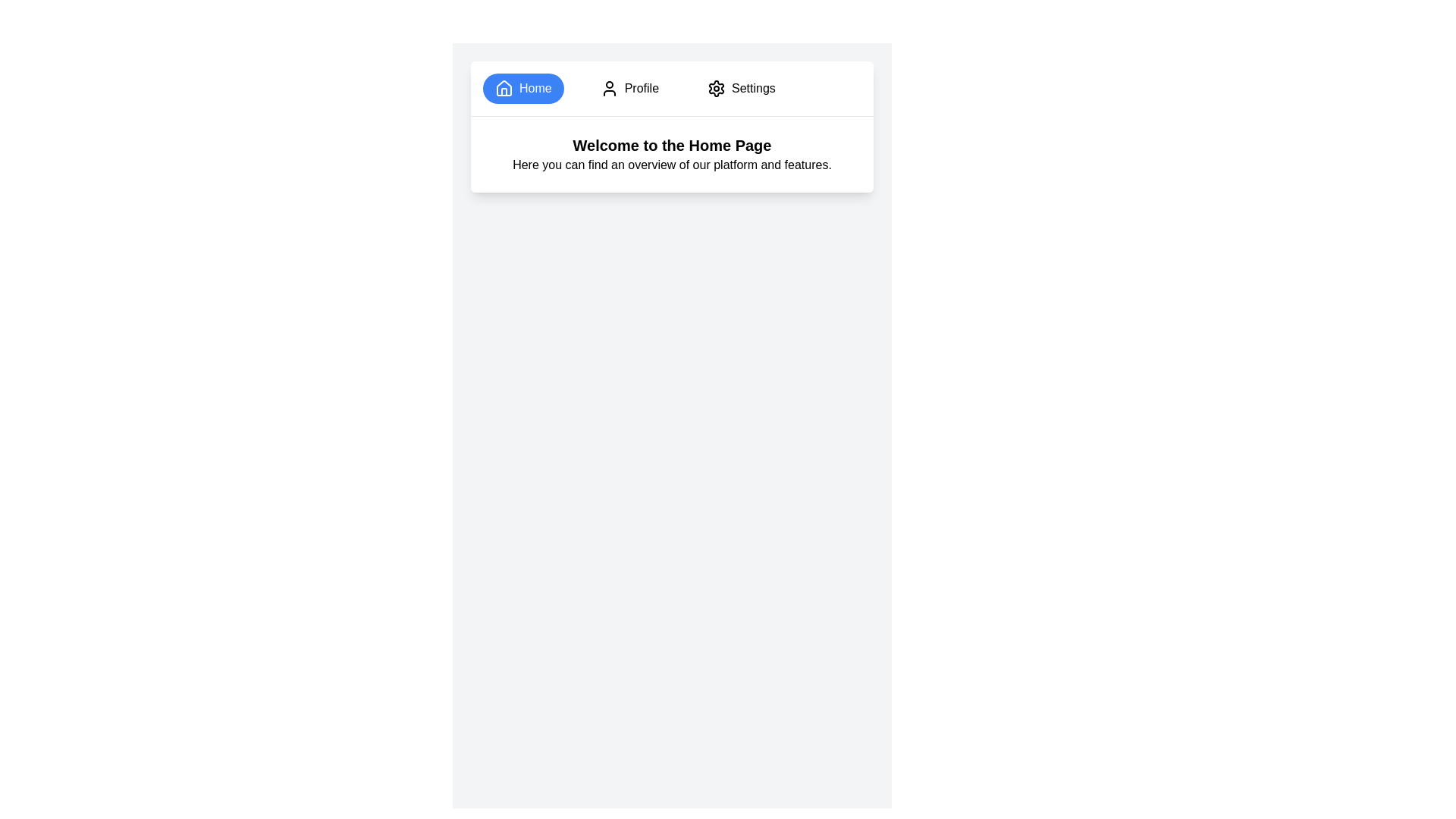 The image size is (1456, 819). I want to click on the 'Profile' button, which is the second button in the top navigation bar, so click(629, 88).